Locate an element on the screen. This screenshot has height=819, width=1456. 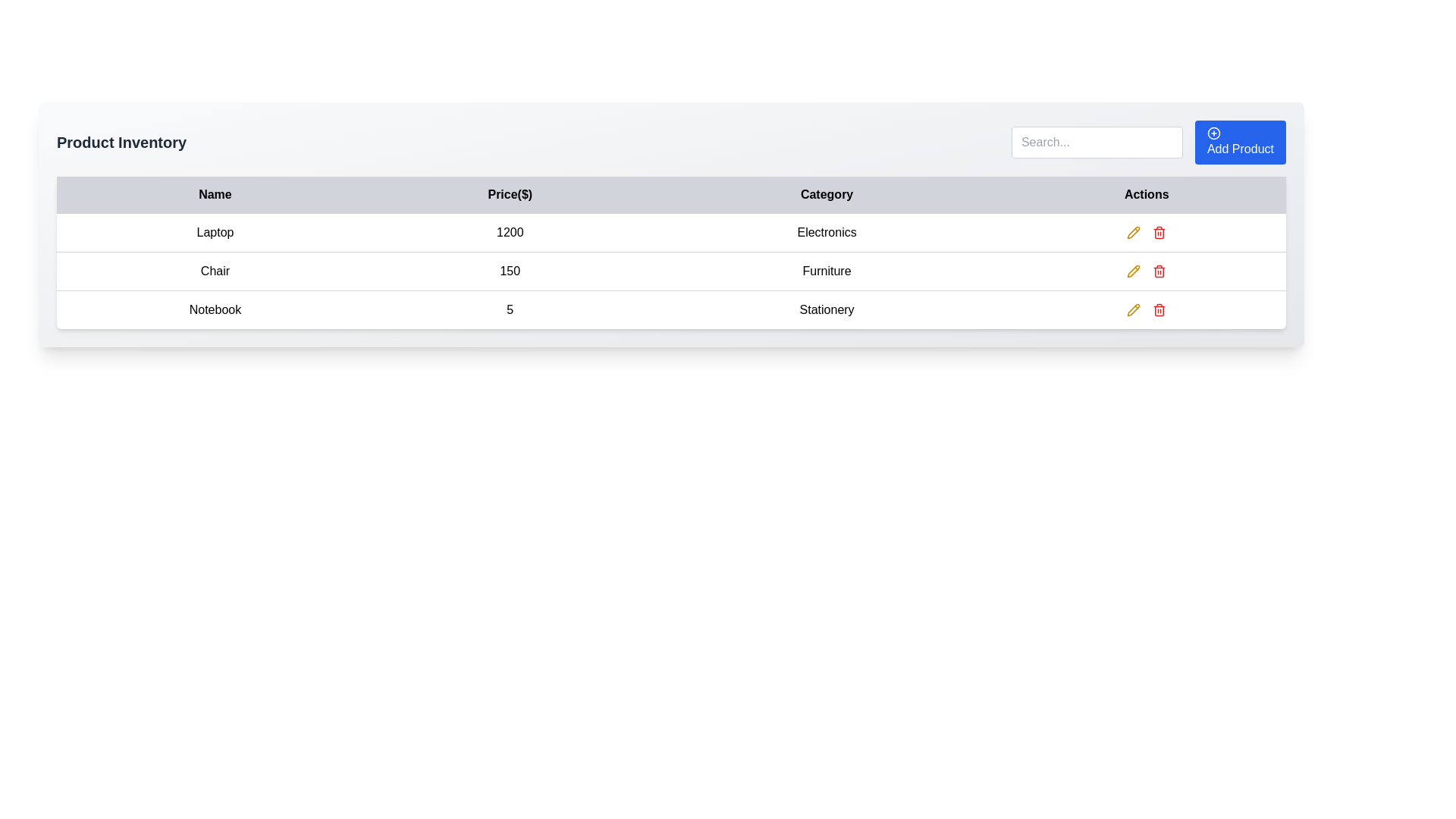
the 'add' icon located to the left of the blue 'Add Product' button near the top-right corner of the interface is located at coordinates (1213, 133).